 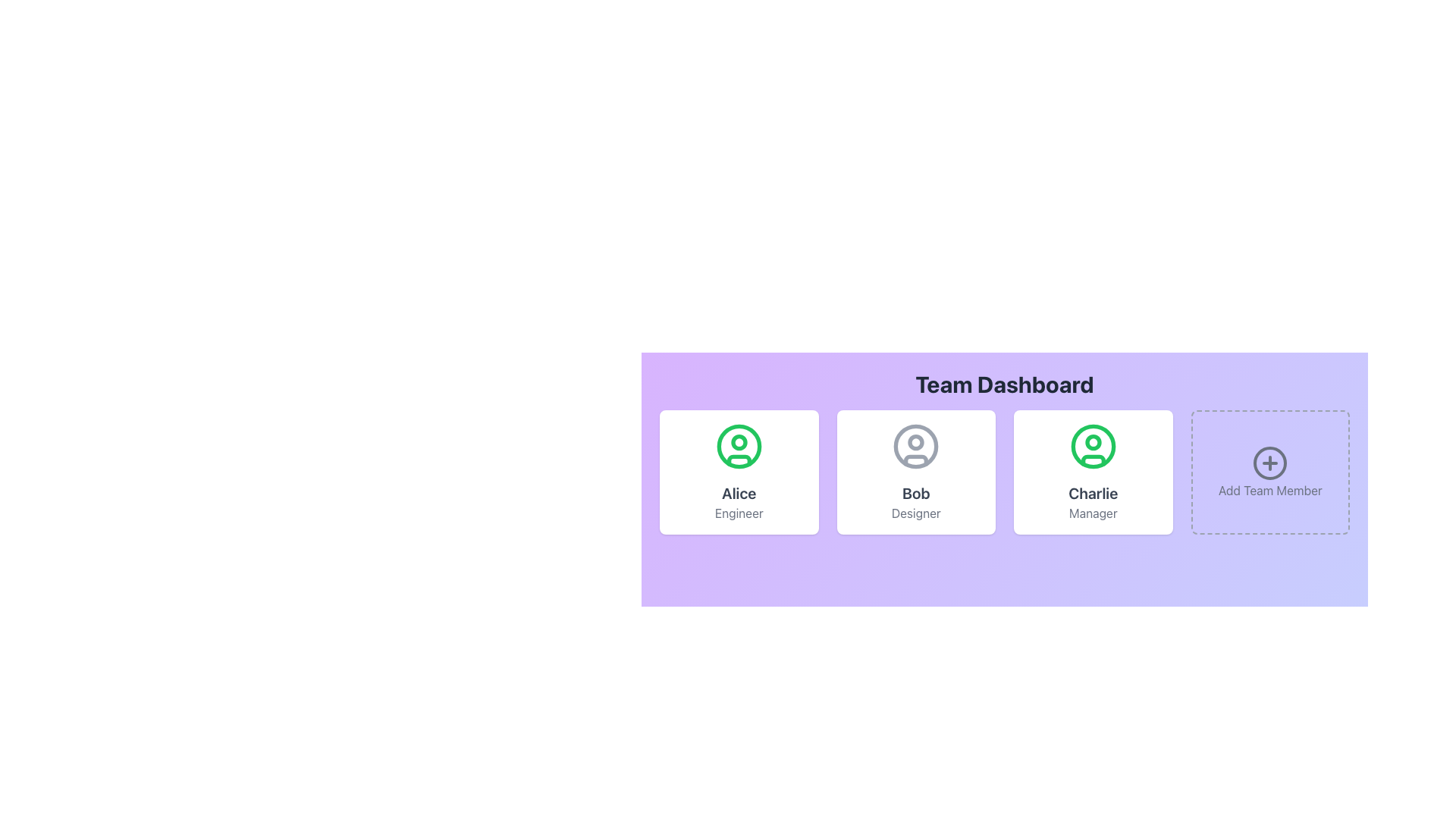 I want to click on the small circle representing the 'head' in the user profile icon for 'Bob Designer', located in the upper region of the larger user profile icon, so click(x=915, y=442).